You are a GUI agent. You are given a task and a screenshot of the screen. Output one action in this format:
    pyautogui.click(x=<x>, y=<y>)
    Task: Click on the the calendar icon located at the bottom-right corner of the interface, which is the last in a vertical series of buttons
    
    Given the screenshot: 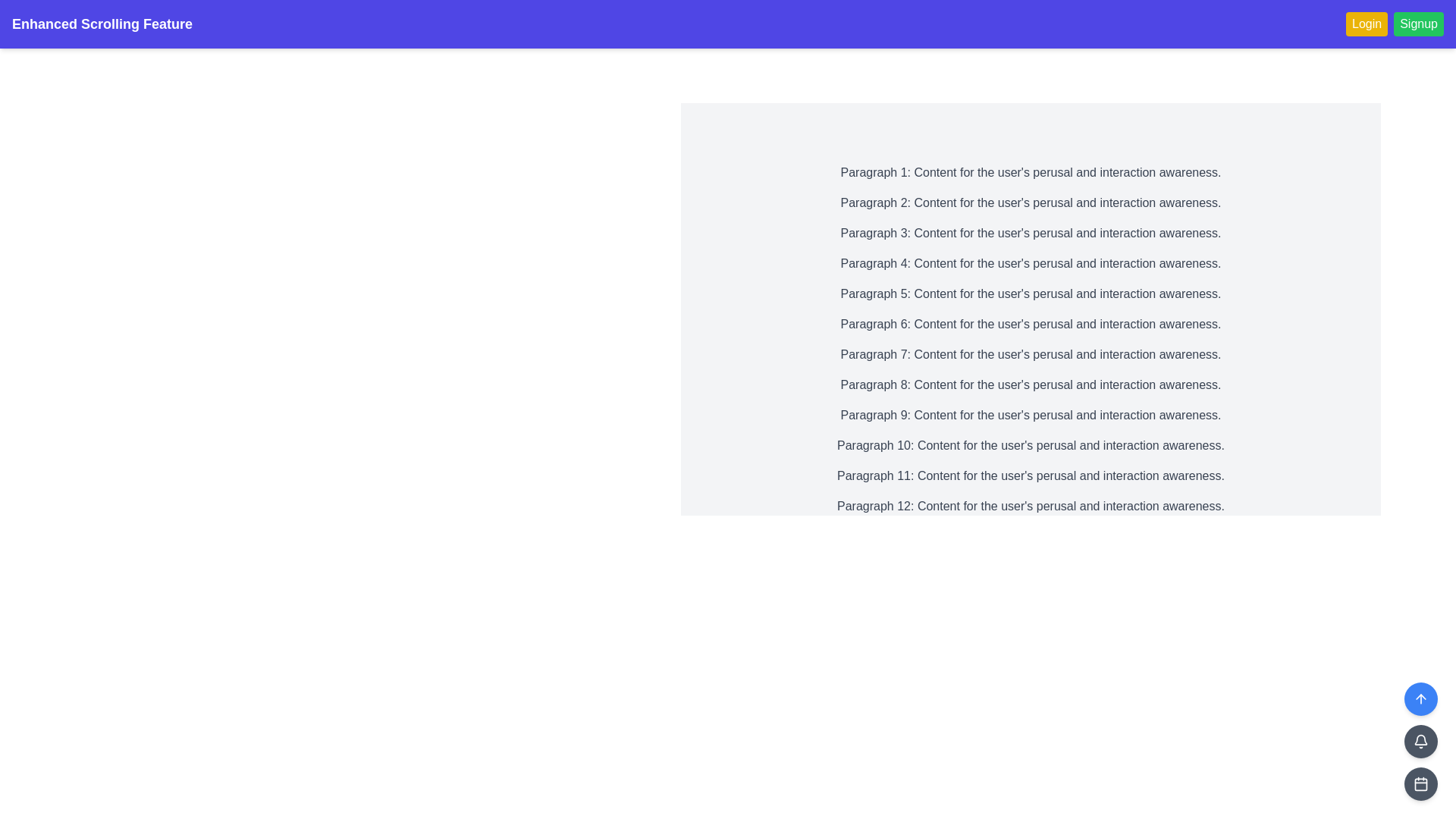 What is the action you would take?
    pyautogui.click(x=1420, y=783)
    